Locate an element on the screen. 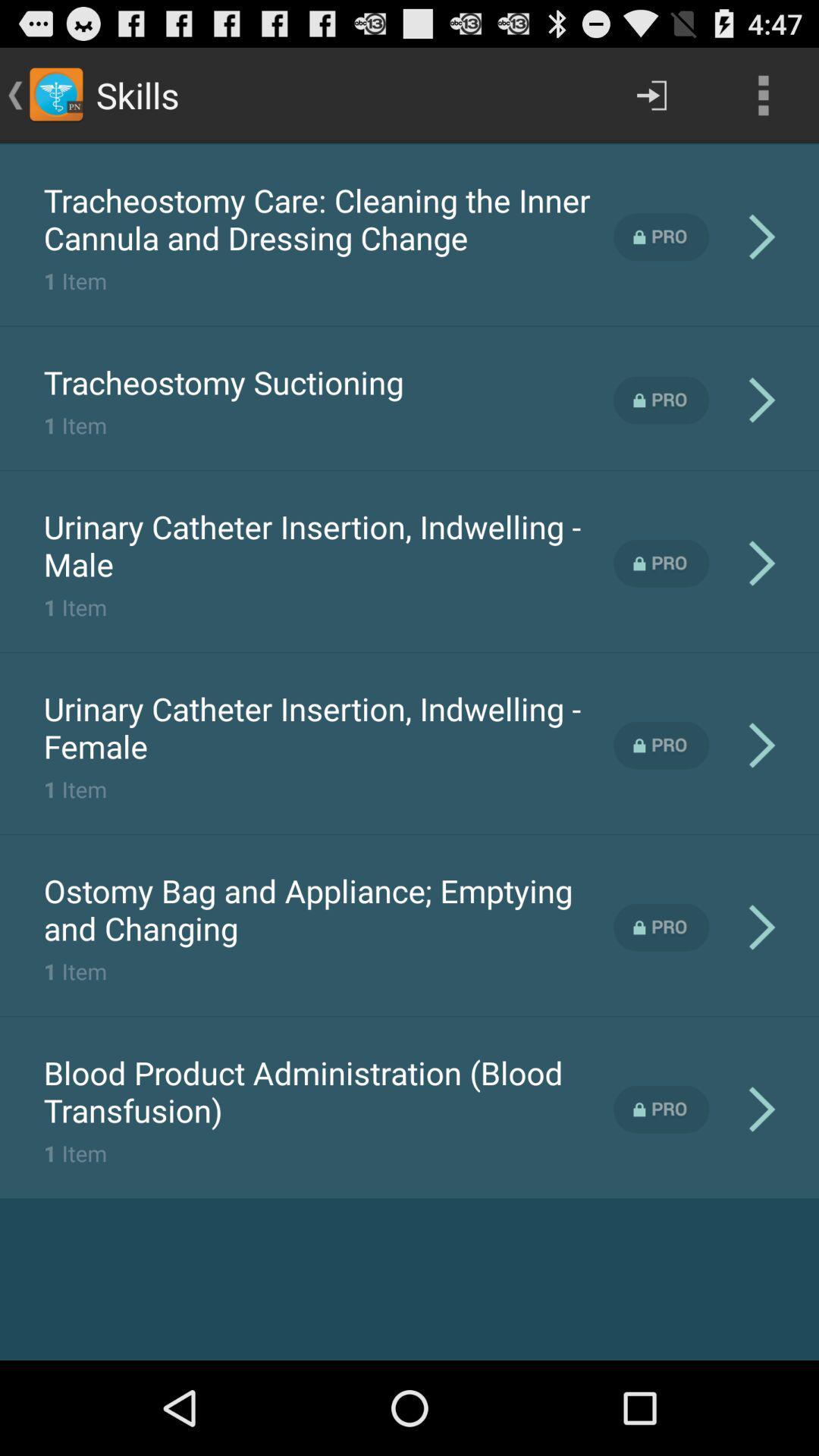  pro version is located at coordinates (661, 927).